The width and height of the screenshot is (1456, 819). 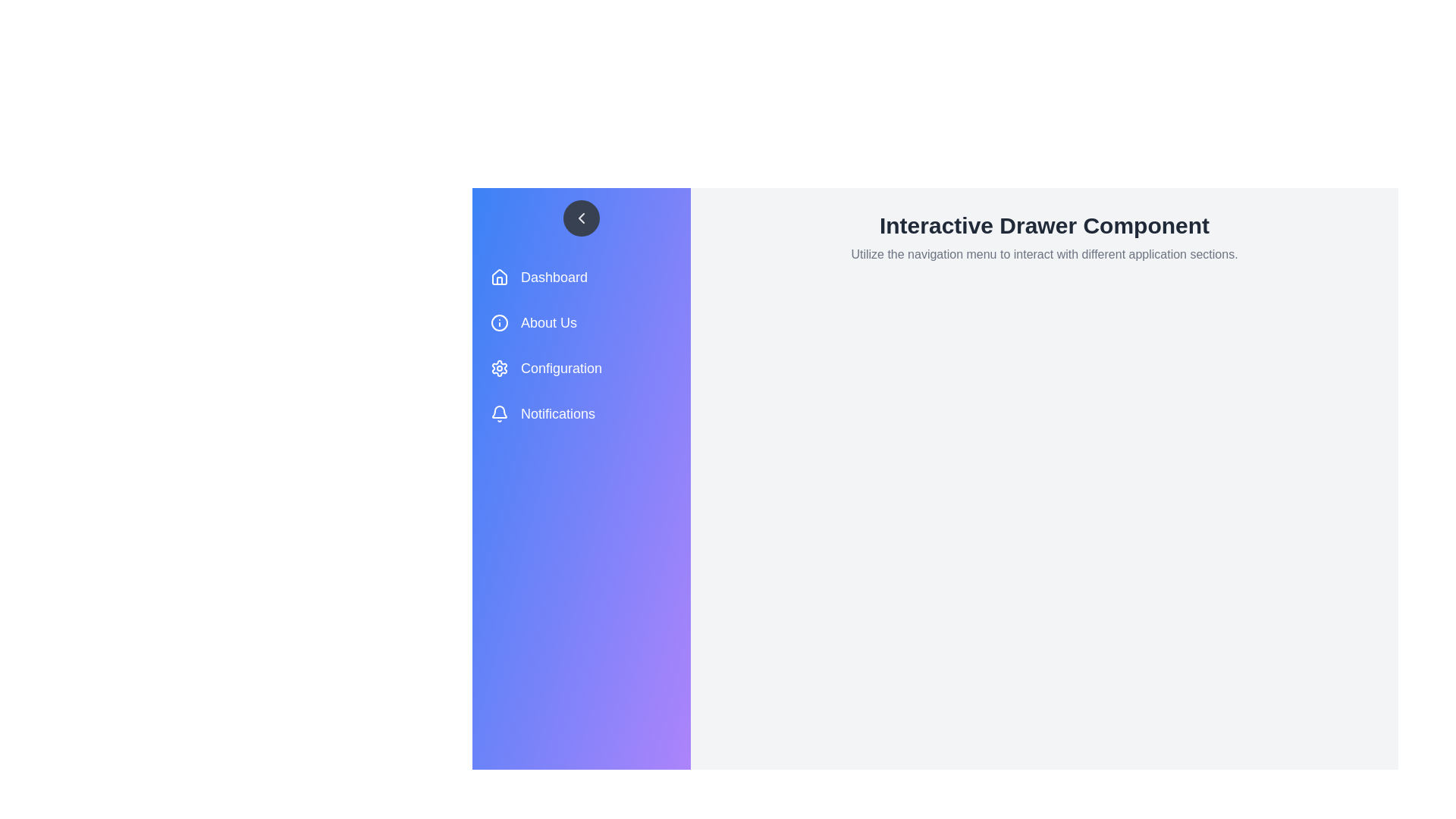 What do you see at coordinates (586, 322) in the screenshot?
I see `the 'About Us' button located in the navigation drawer, which is the second item below 'Dashboard' and above 'Configuration'` at bounding box center [586, 322].